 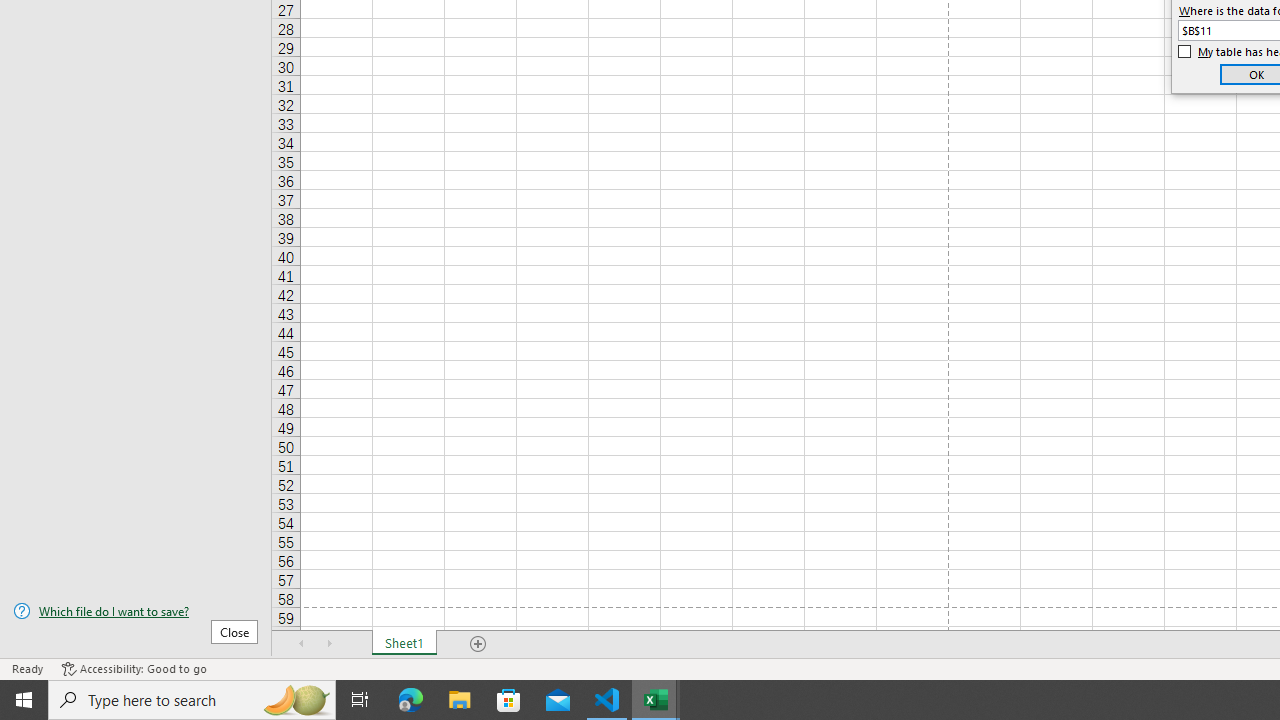 What do you see at coordinates (477, 644) in the screenshot?
I see `'Add Sheet'` at bounding box center [477, 644].